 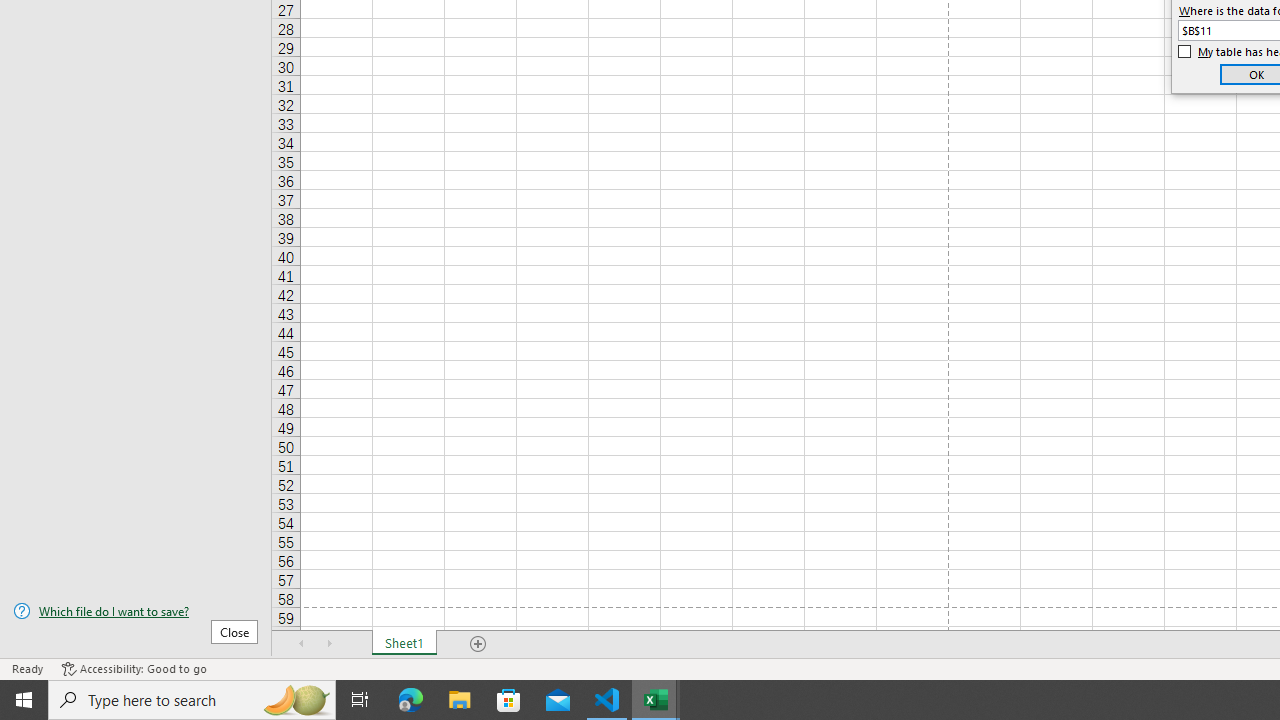 What do you see at coordinates (477, 644) in the screenshot?
I see `'Add Sheet'` at bounding box center [477, 644].